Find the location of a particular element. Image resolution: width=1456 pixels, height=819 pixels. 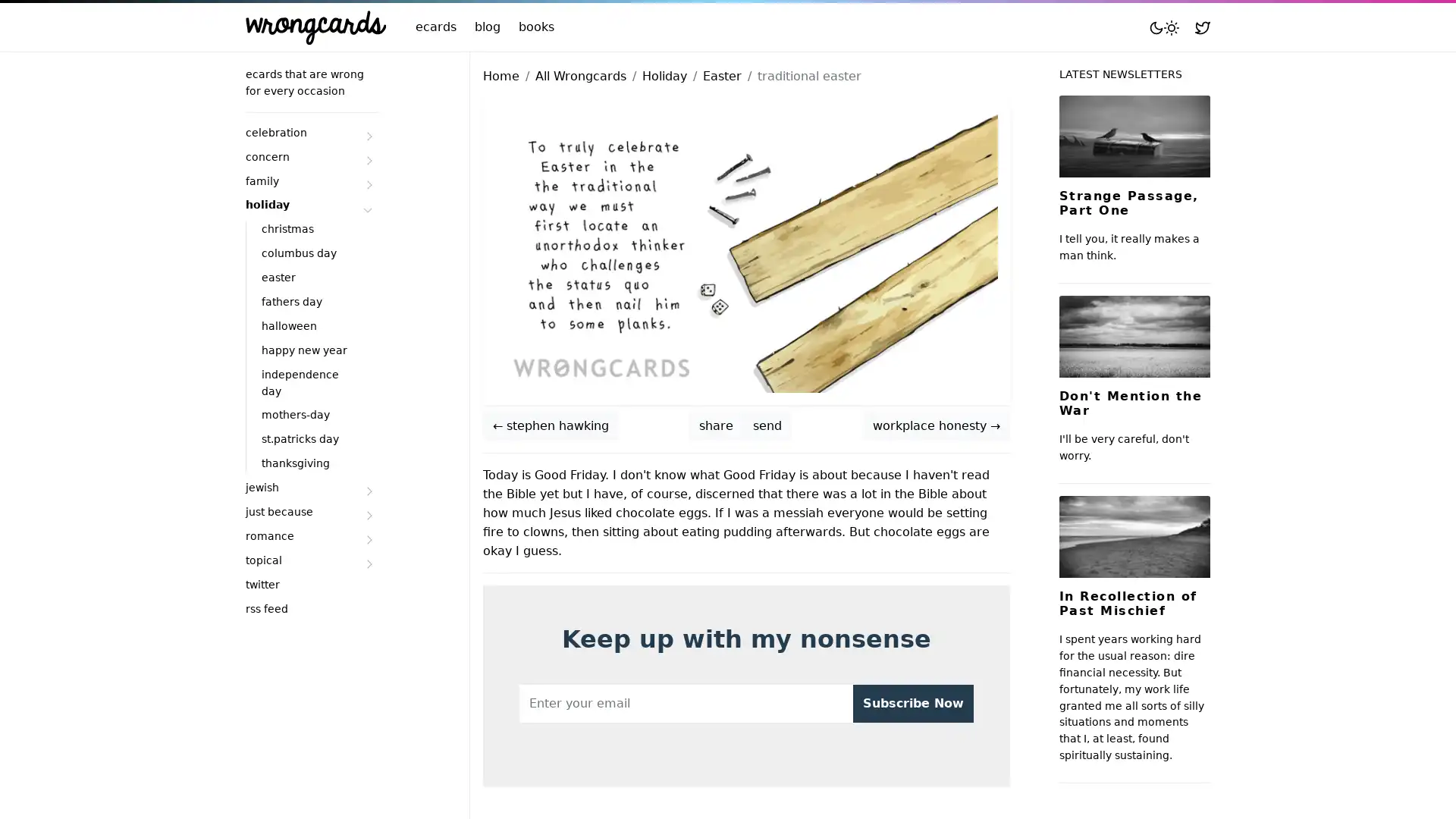

Submenu is located at coordinates (367, 514).